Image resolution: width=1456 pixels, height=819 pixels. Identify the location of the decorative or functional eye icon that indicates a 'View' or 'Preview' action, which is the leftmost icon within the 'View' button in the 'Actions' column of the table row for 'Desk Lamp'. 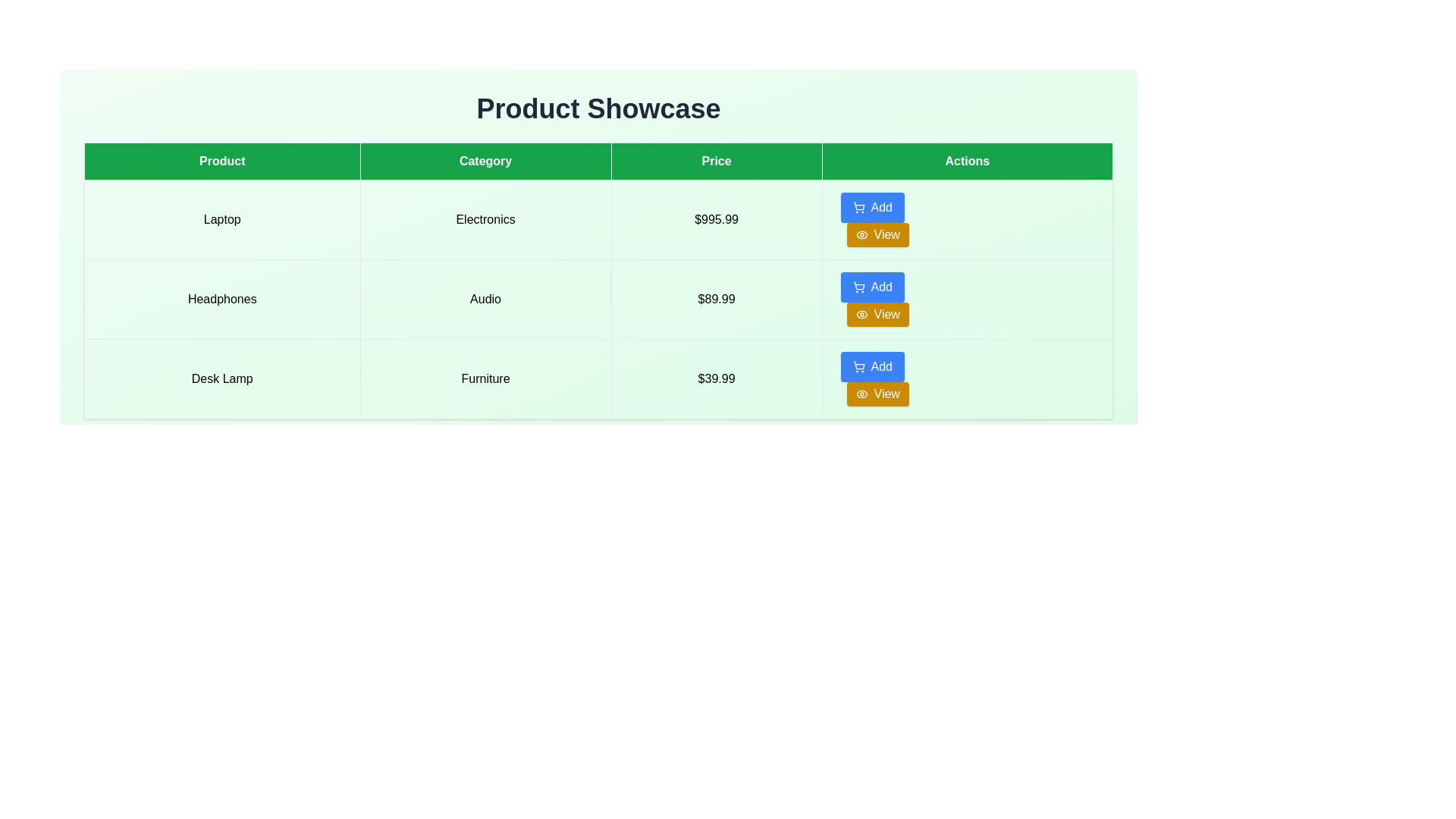
(861, 394).